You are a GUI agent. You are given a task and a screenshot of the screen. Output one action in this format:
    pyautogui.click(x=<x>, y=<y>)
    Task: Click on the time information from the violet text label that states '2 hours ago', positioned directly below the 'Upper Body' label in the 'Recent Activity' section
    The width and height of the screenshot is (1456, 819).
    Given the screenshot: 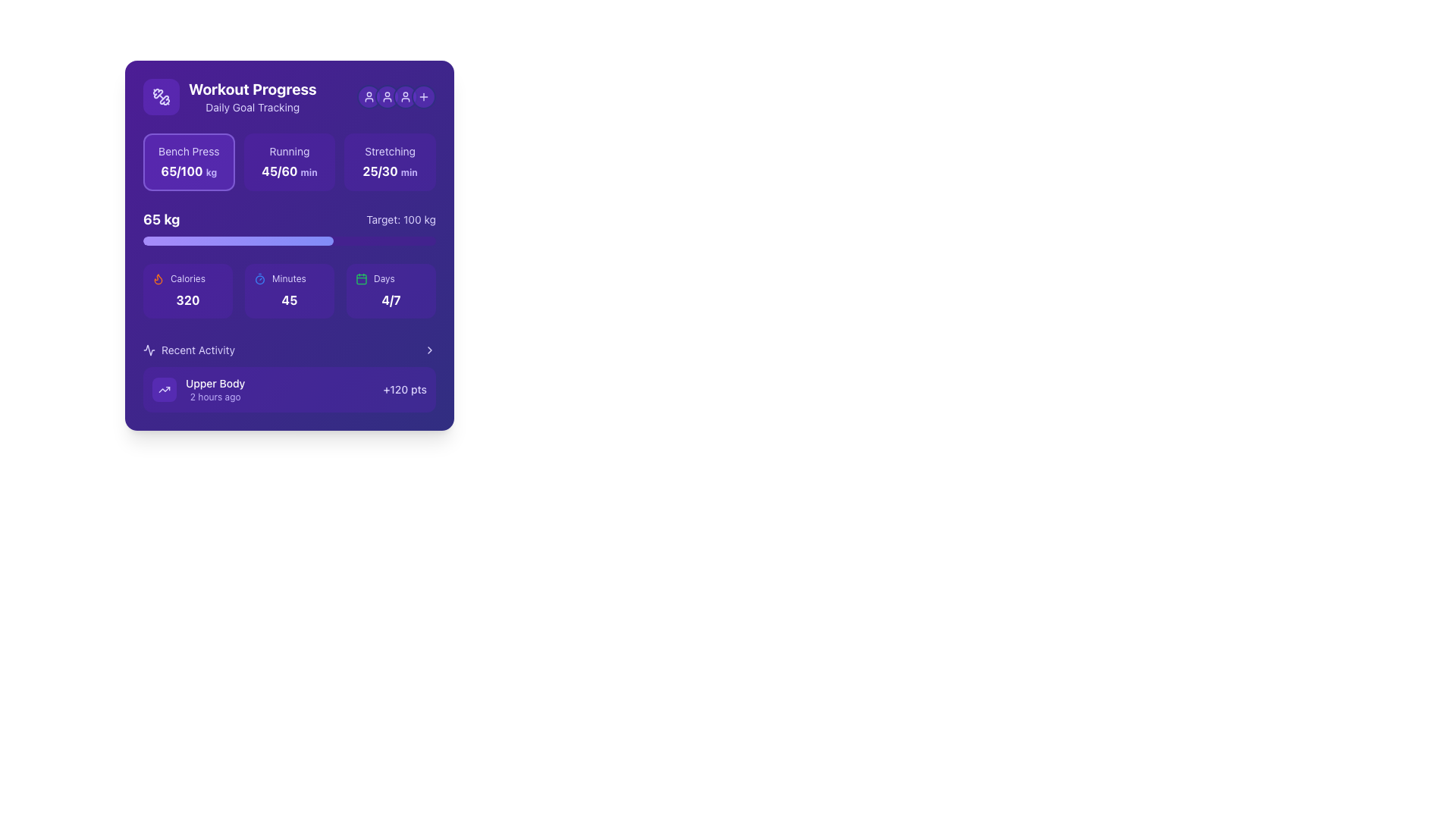 What is the action you would take?
    pyautogui.click(x=215, y=397)
    